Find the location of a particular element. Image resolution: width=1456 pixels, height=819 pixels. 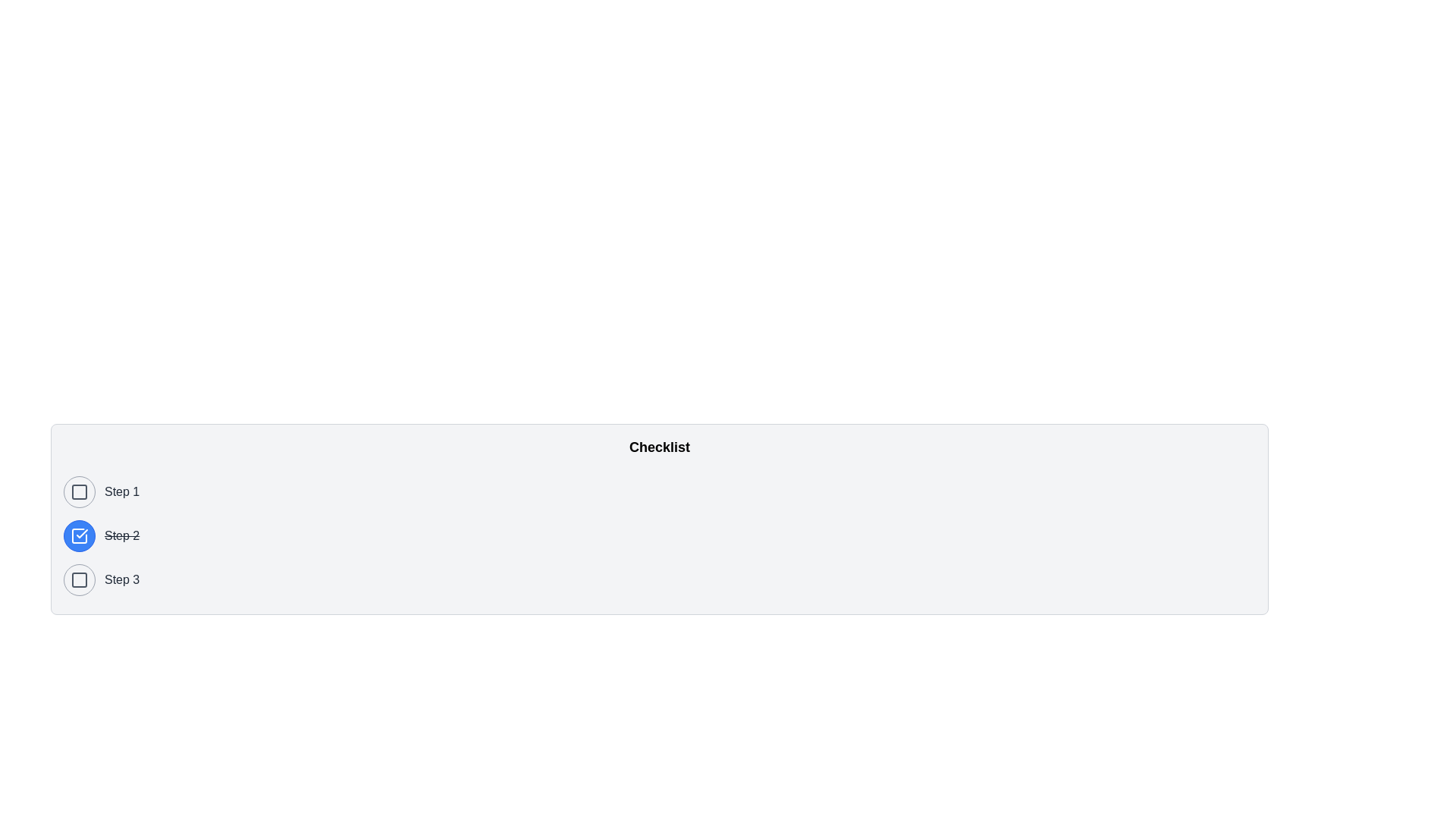

the inner square of the checkbox UI component located next to the text 'Step 1' in the checklist is located at coordinates (79, 491).